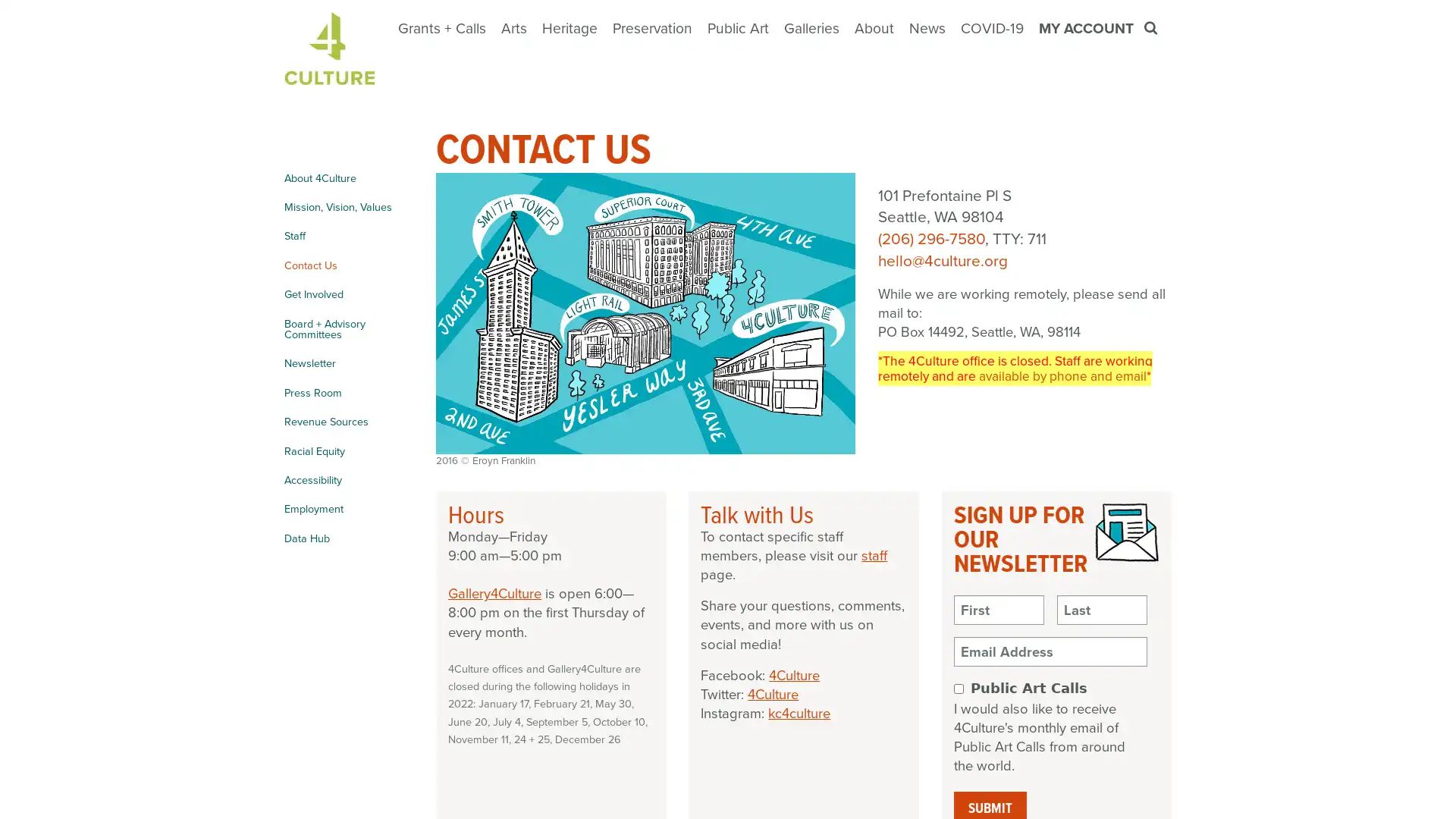  I want to click on Open search, so click(1152, 28).